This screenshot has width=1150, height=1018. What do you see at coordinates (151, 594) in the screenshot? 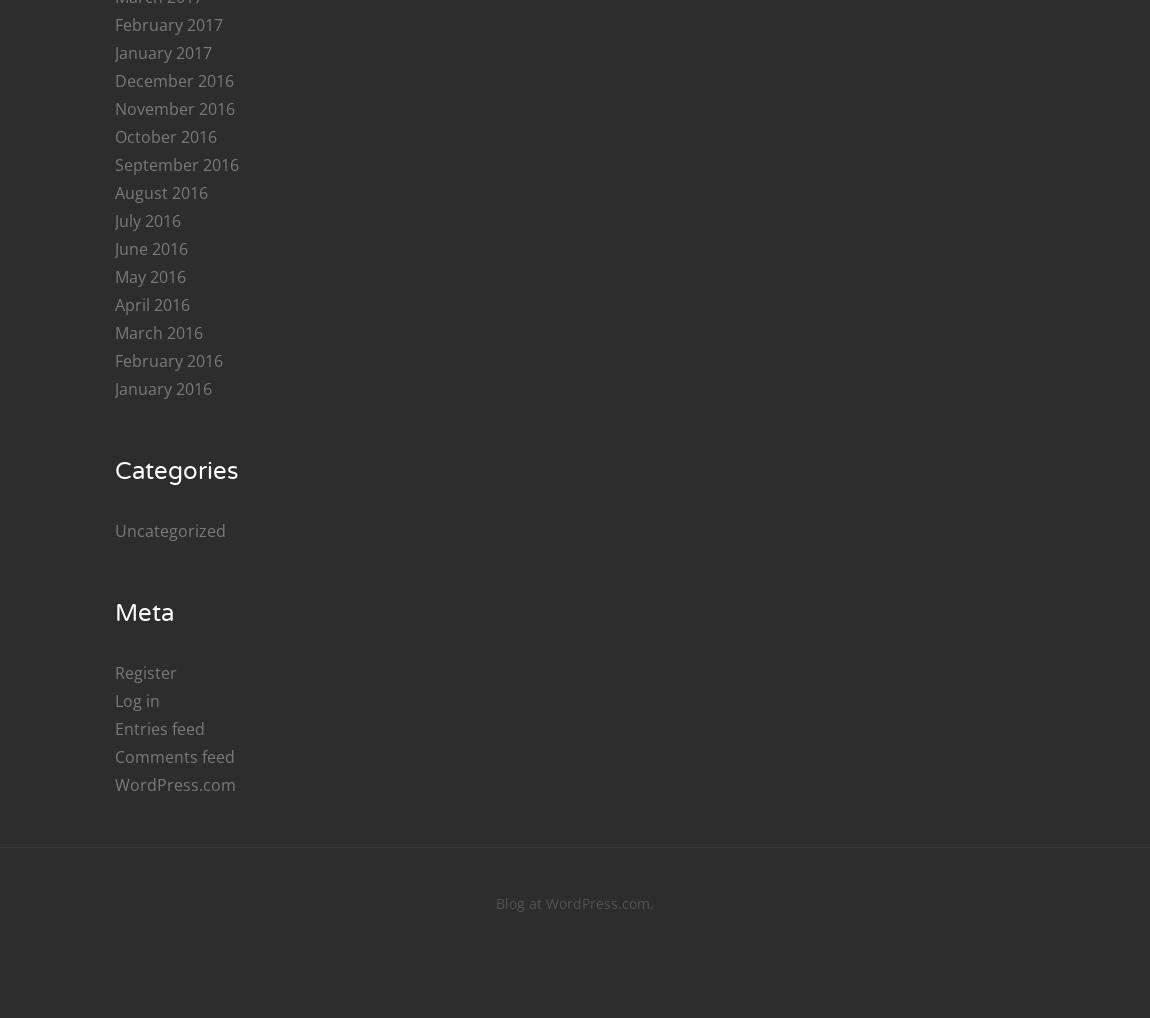
I see `'April 2018'` at bounding box center [151, 594].